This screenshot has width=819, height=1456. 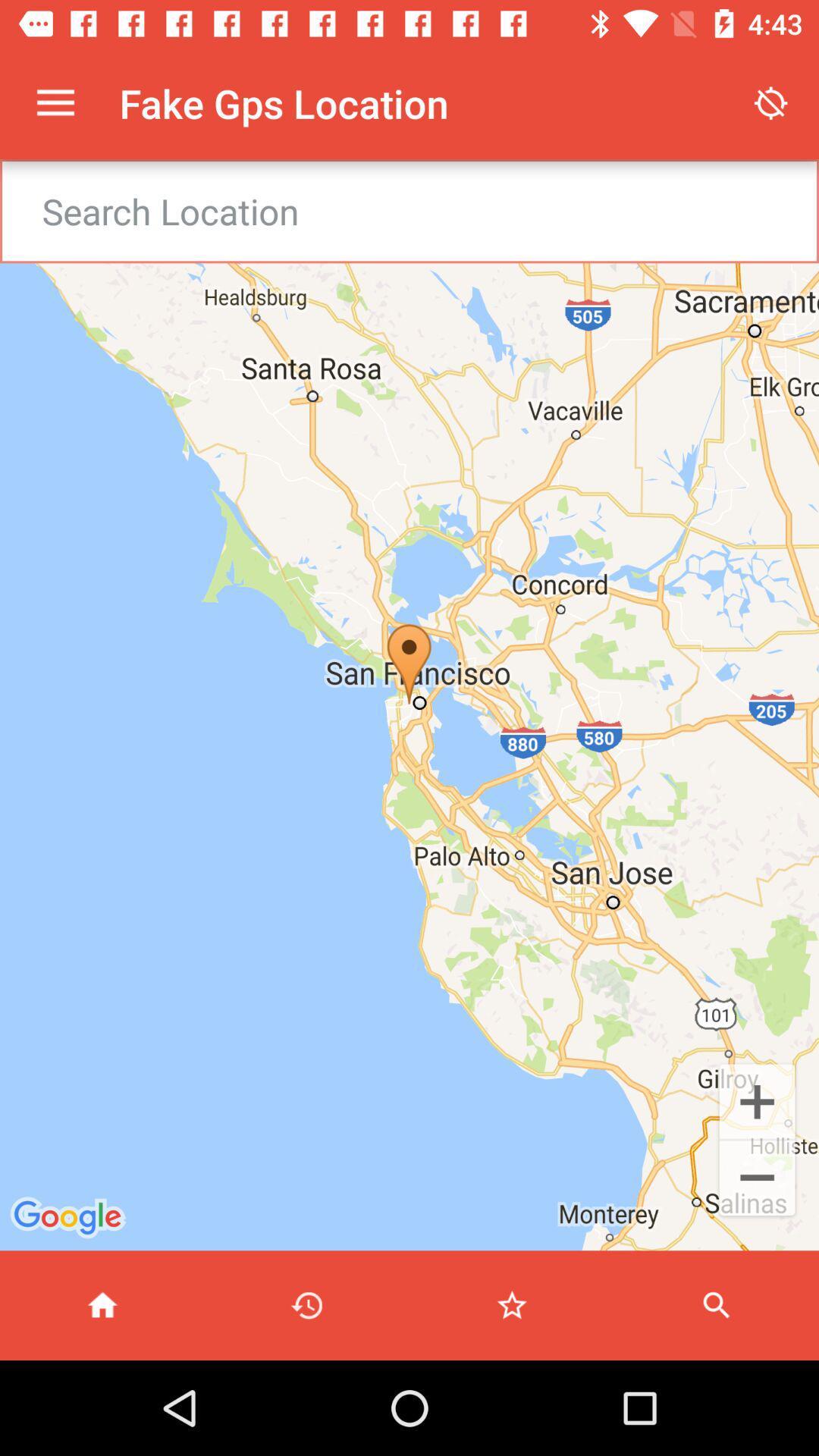 I want to click on search, so click(x=717, y=1304).